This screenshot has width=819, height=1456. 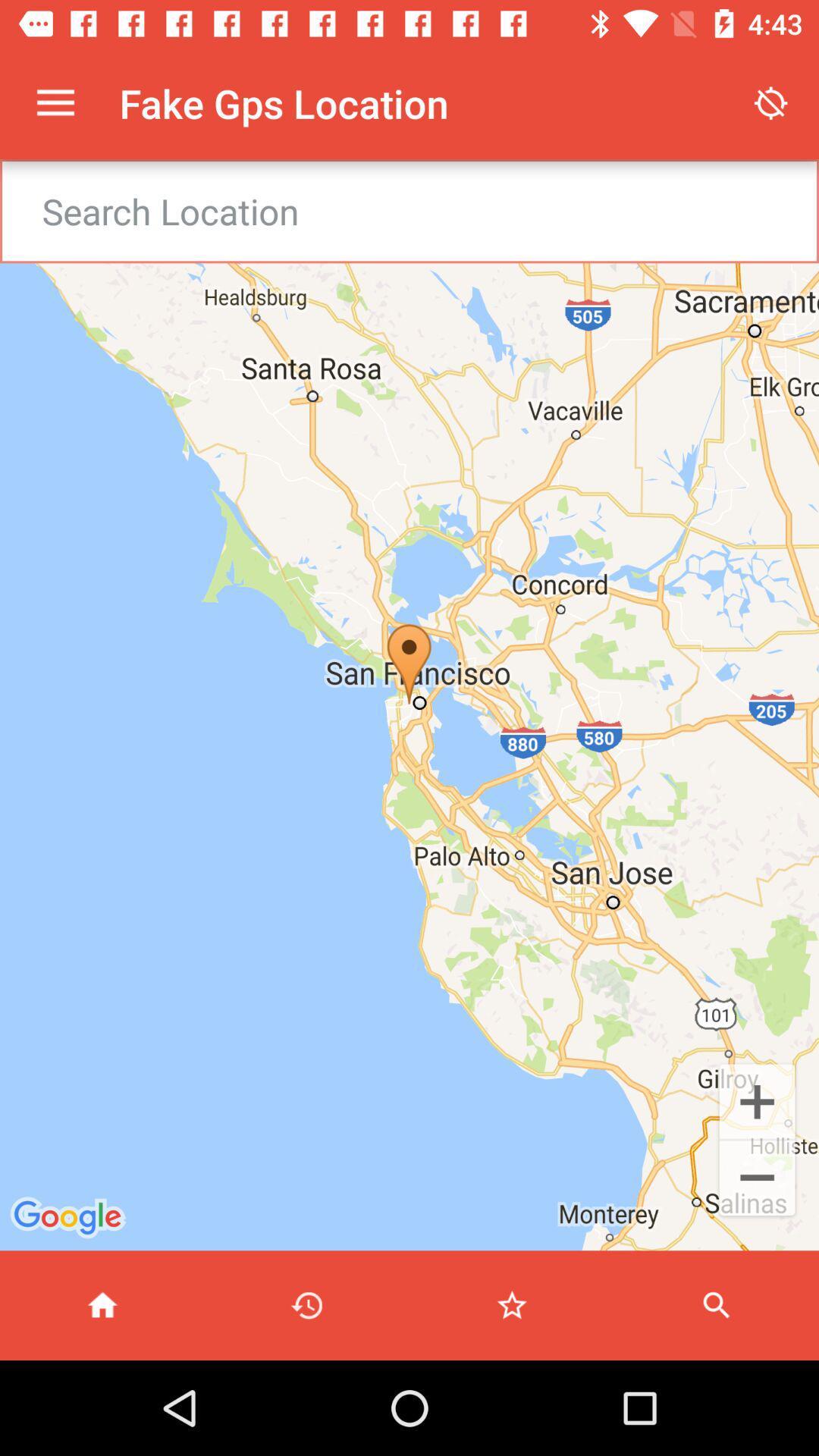 I want to click on search, so click(x=717, y=1304).